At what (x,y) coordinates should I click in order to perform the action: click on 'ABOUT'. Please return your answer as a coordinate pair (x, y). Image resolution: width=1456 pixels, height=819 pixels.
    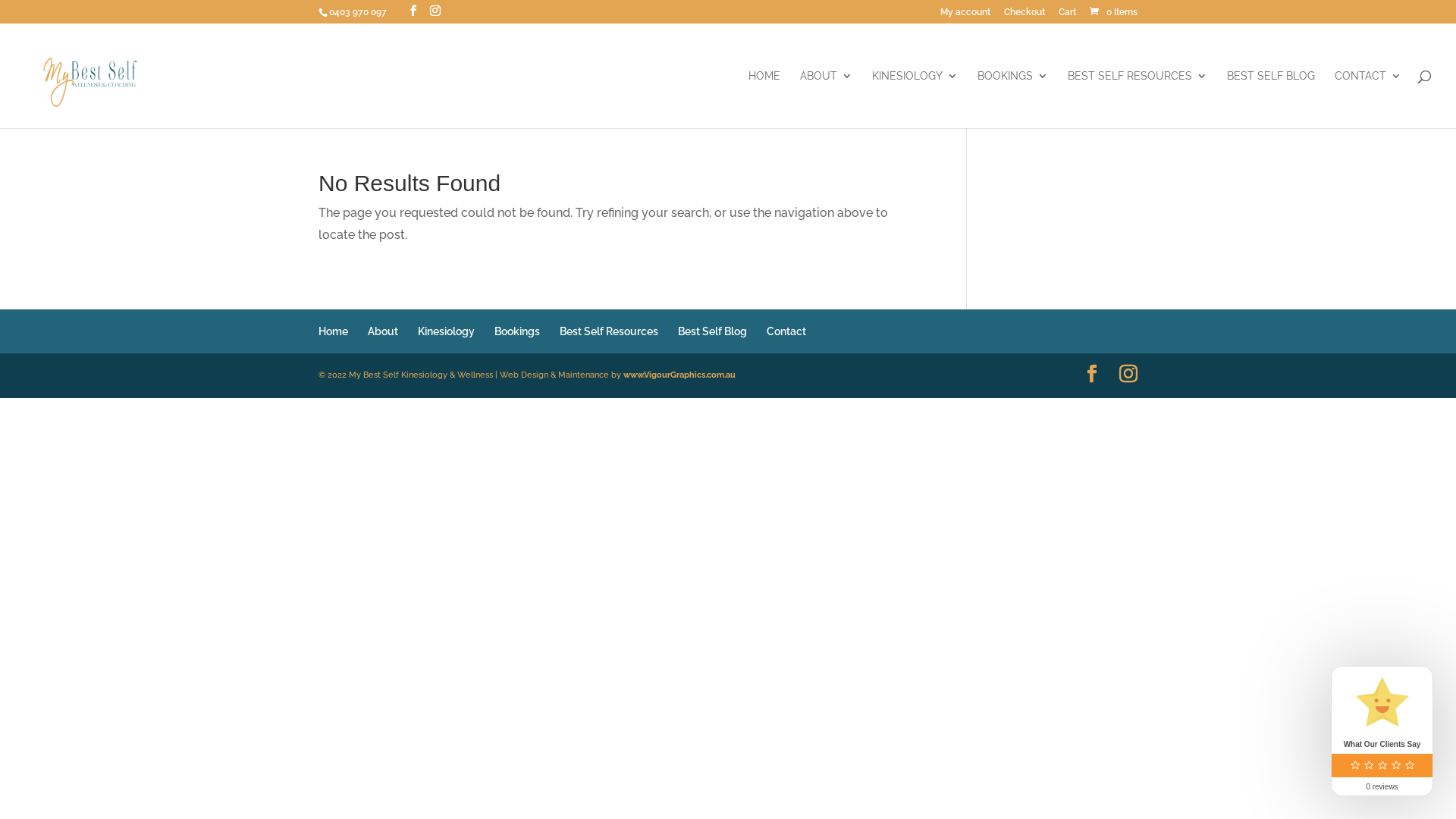
    Looking at the image, I should click on (825, 99).